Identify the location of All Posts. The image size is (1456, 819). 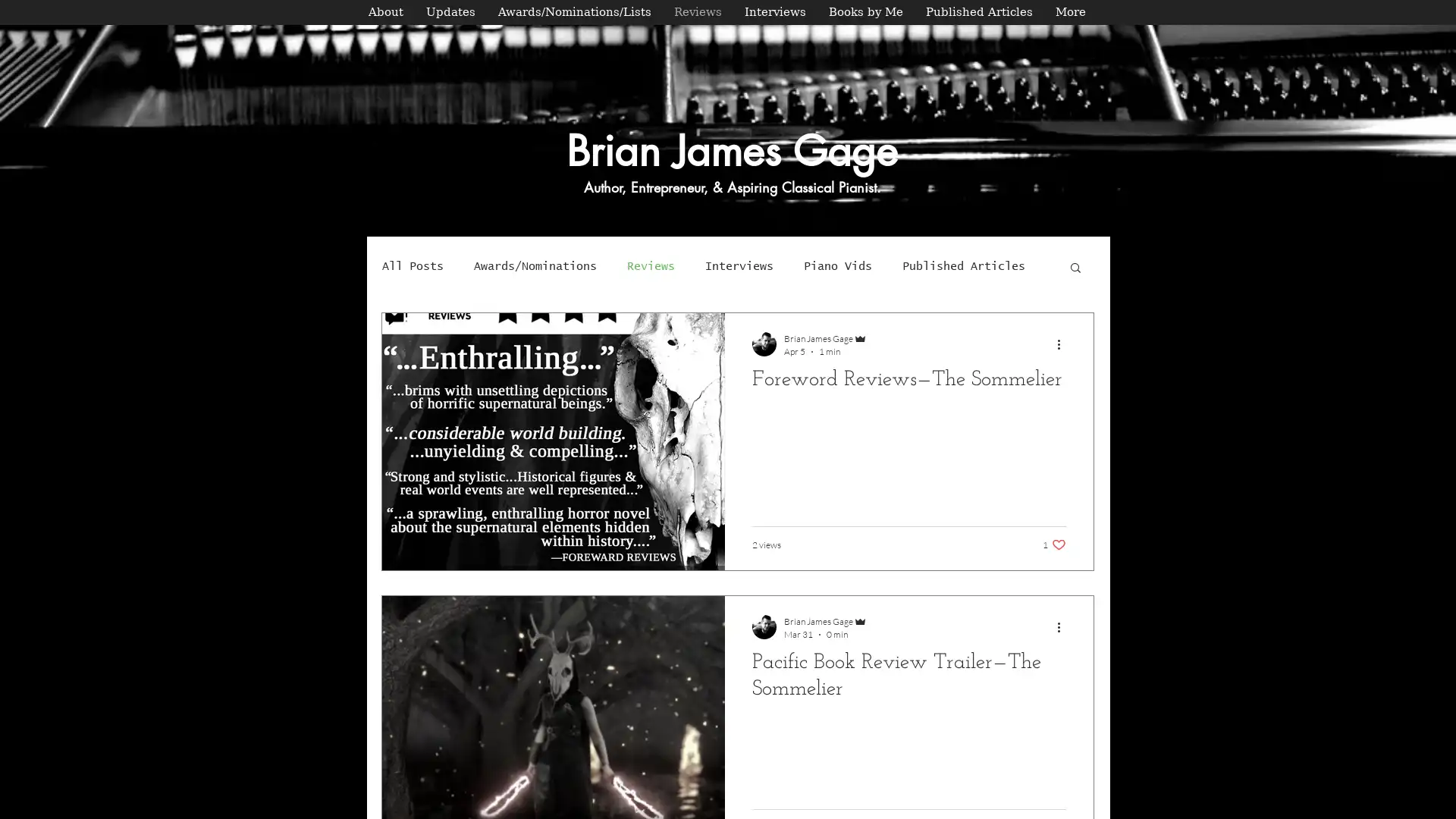
(413, 265).